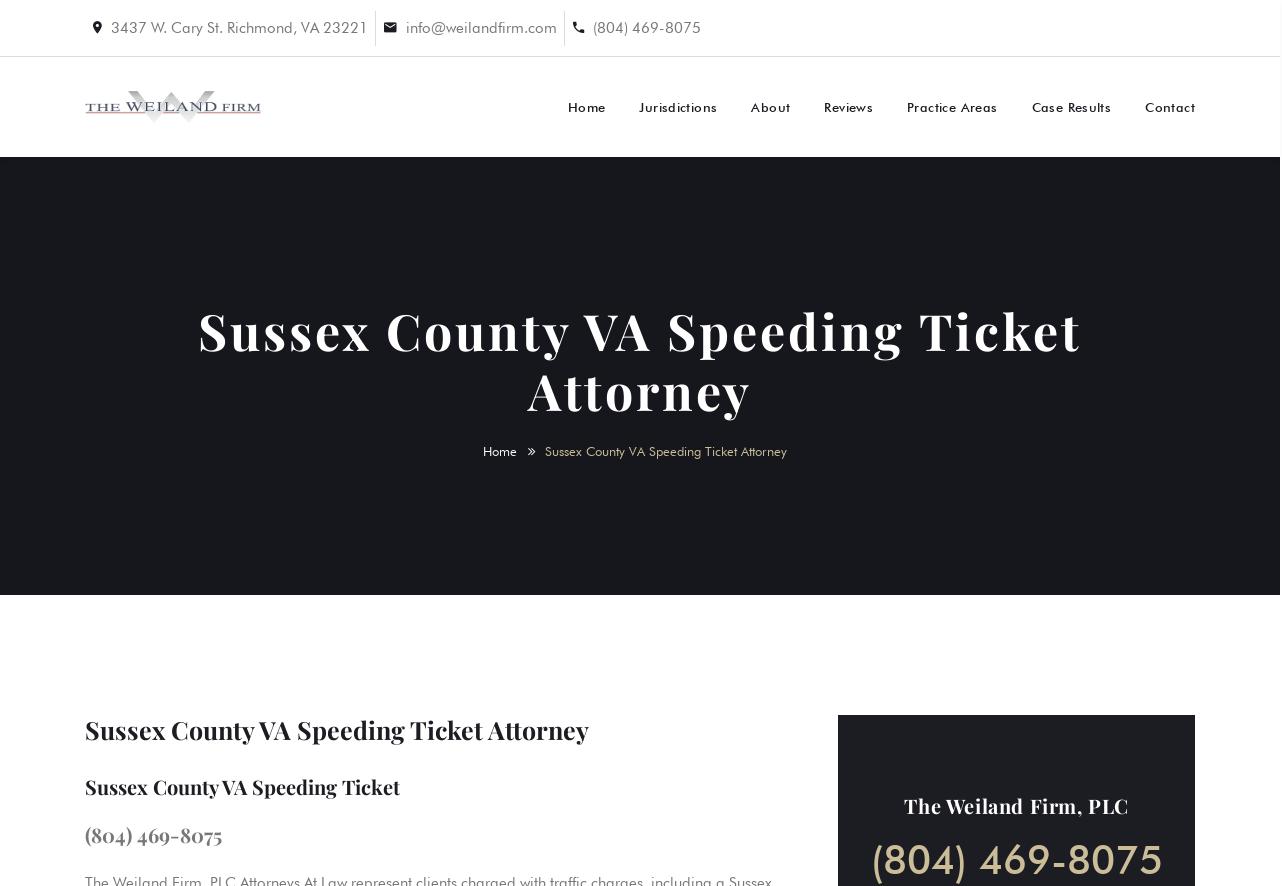 This screenshot has height=886, width=1282. I want to click on 'DUI/DWI', so click(977, 216).